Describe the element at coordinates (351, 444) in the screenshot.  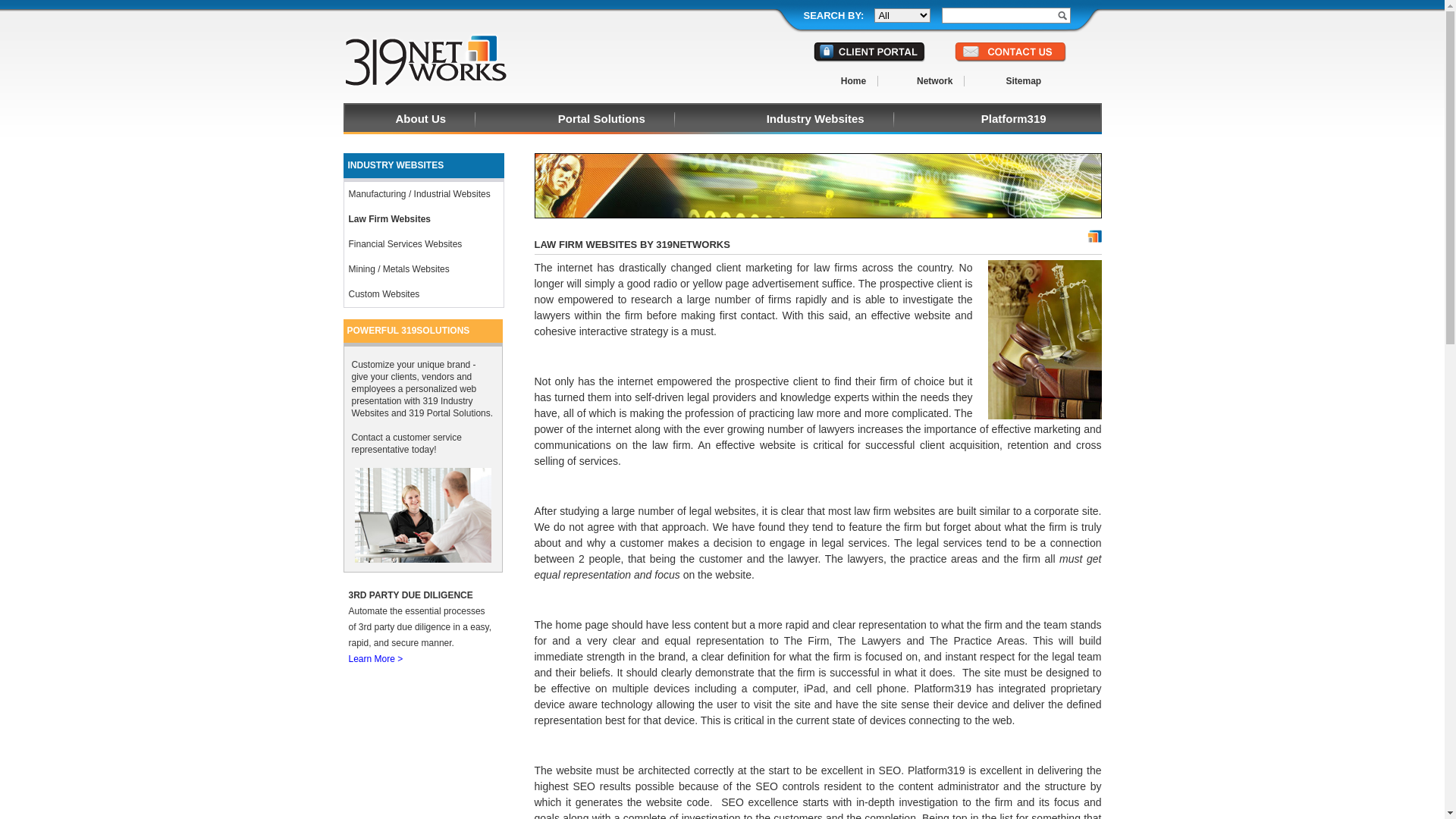
I see `'Contact a customer service representative today!'` at that location.